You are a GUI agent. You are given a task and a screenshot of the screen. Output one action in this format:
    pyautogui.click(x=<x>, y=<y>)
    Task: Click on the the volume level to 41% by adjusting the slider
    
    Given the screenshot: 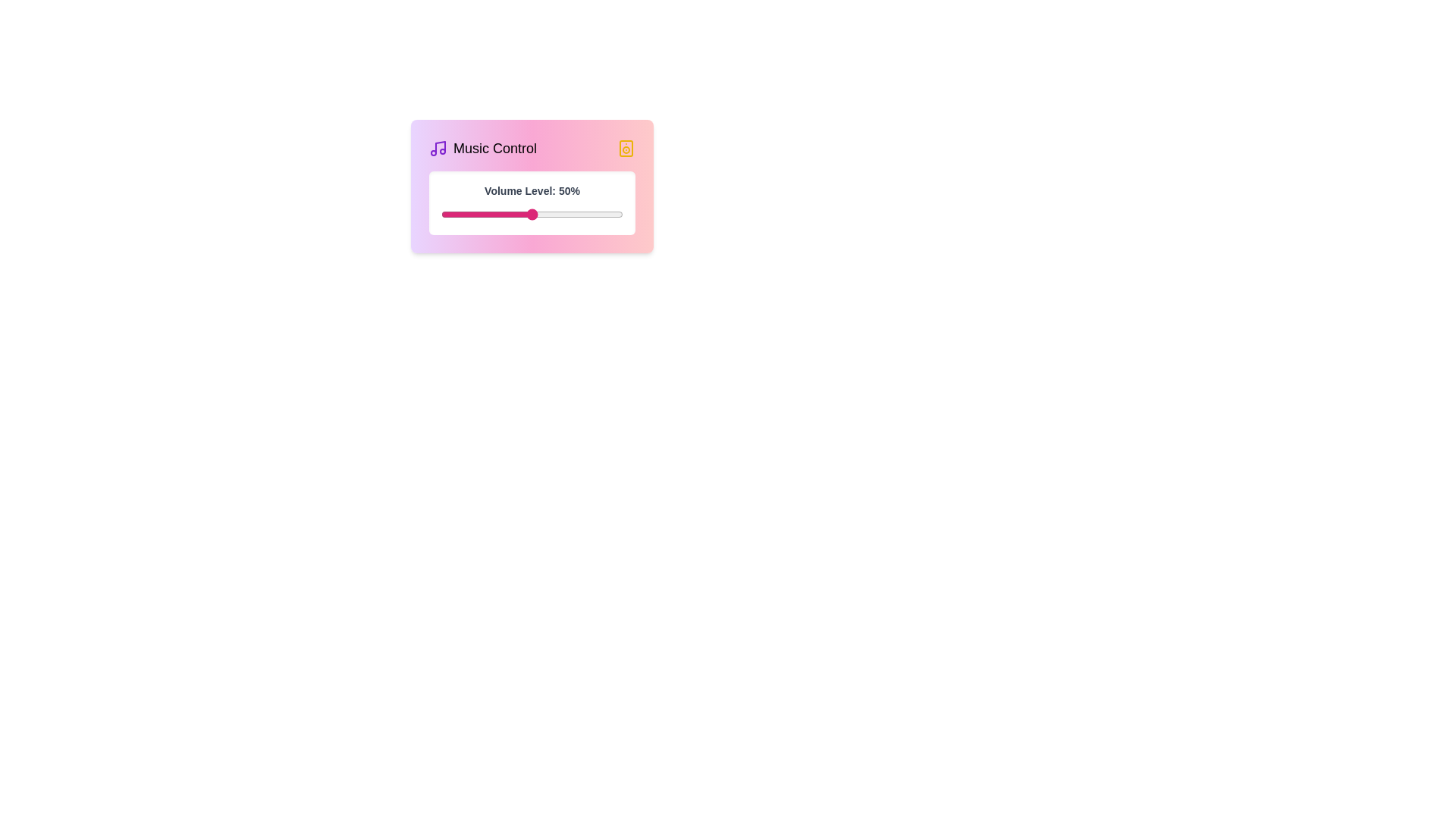 What is the action you would take?
    pyautogui.click(x=516, y=214)
    